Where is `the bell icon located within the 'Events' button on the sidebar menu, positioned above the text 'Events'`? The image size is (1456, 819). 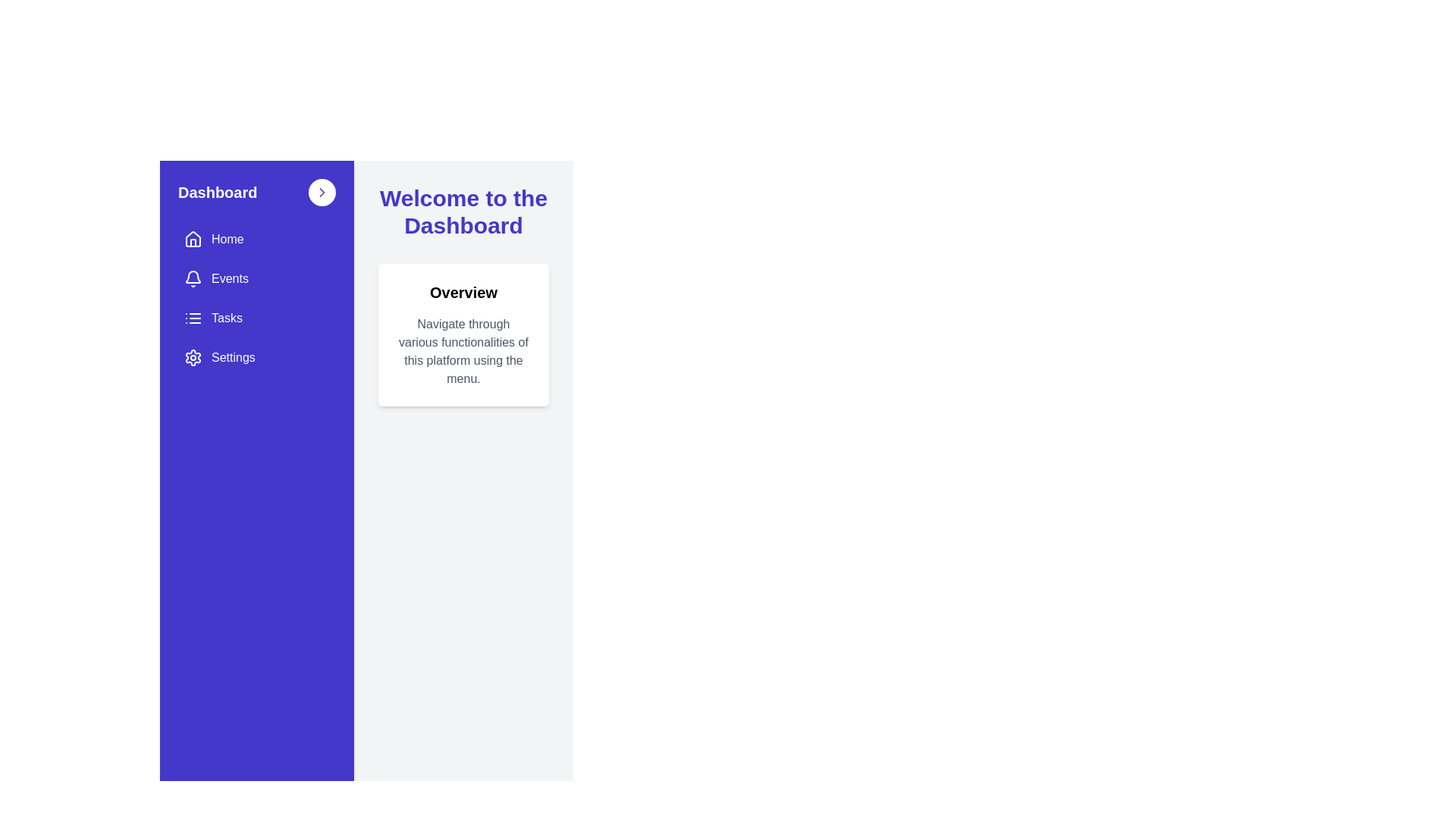
the bell icon located within the 'Events' button on the sidebar menu, positioned above the text 'Events' is located at coordinates (192, 278).